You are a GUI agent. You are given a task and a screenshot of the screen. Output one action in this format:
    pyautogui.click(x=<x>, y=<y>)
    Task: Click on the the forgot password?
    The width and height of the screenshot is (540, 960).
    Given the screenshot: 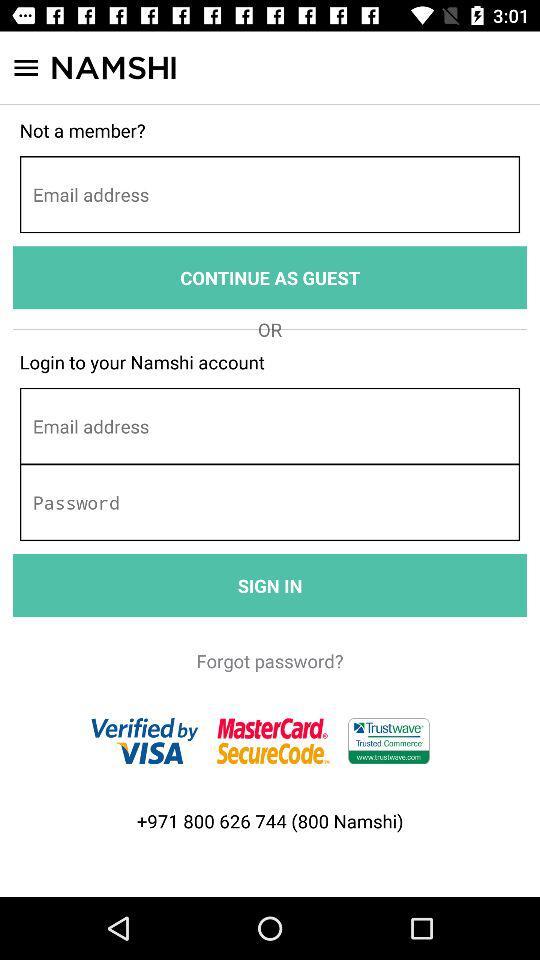 What is the action you would take?
    pyautogui.click(x=270, y=661)
    